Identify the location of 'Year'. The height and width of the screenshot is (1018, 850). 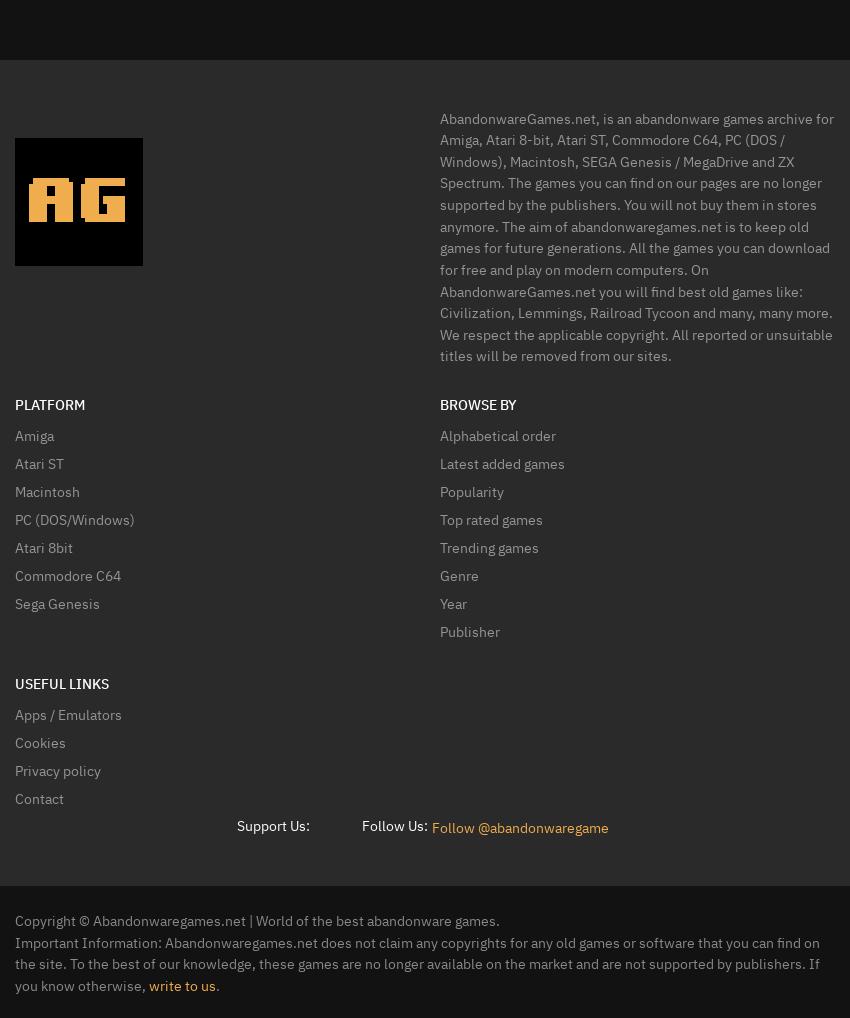
(452, 602).